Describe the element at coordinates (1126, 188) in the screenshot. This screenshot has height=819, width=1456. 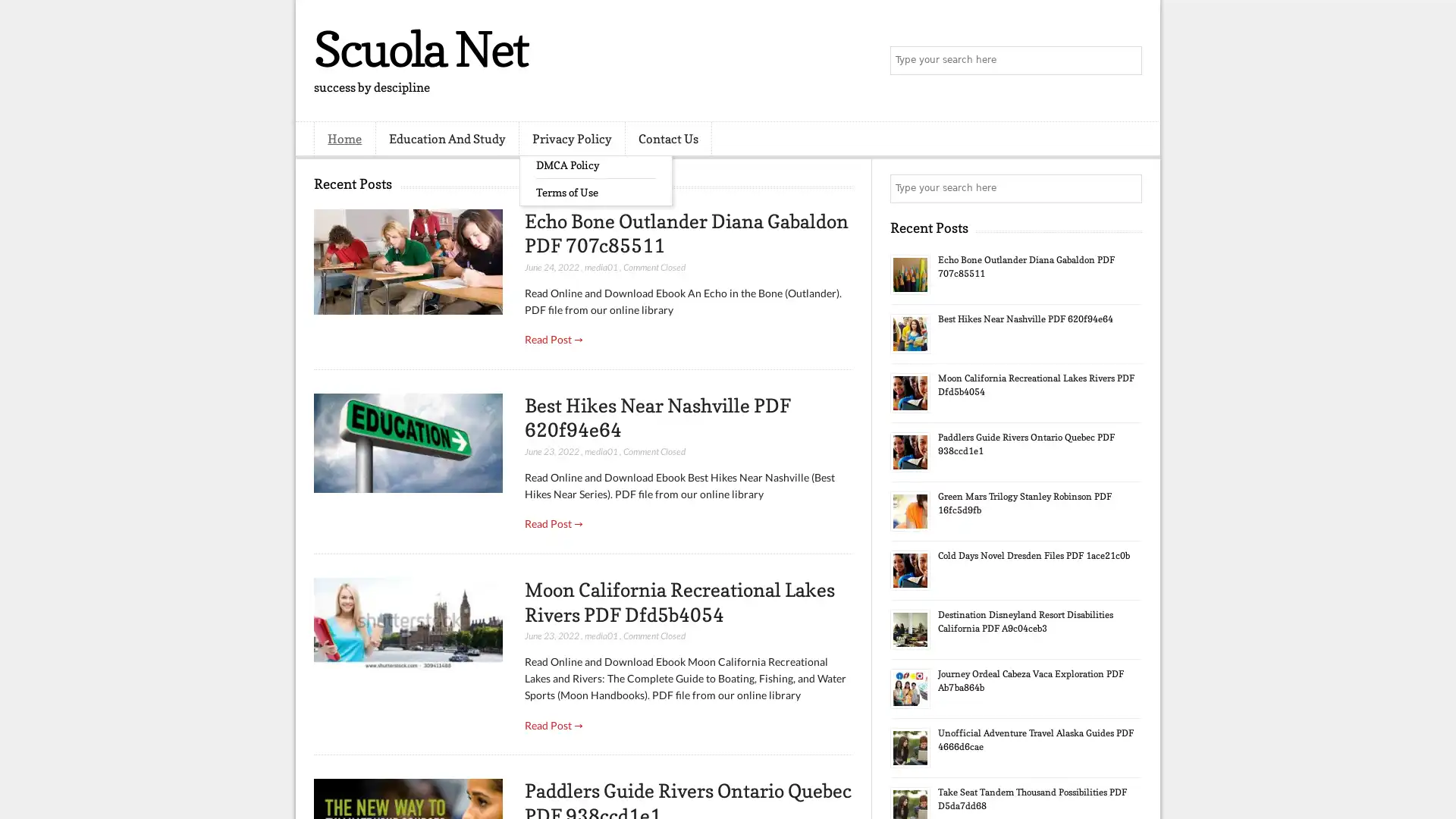
I see `Search` at that location.